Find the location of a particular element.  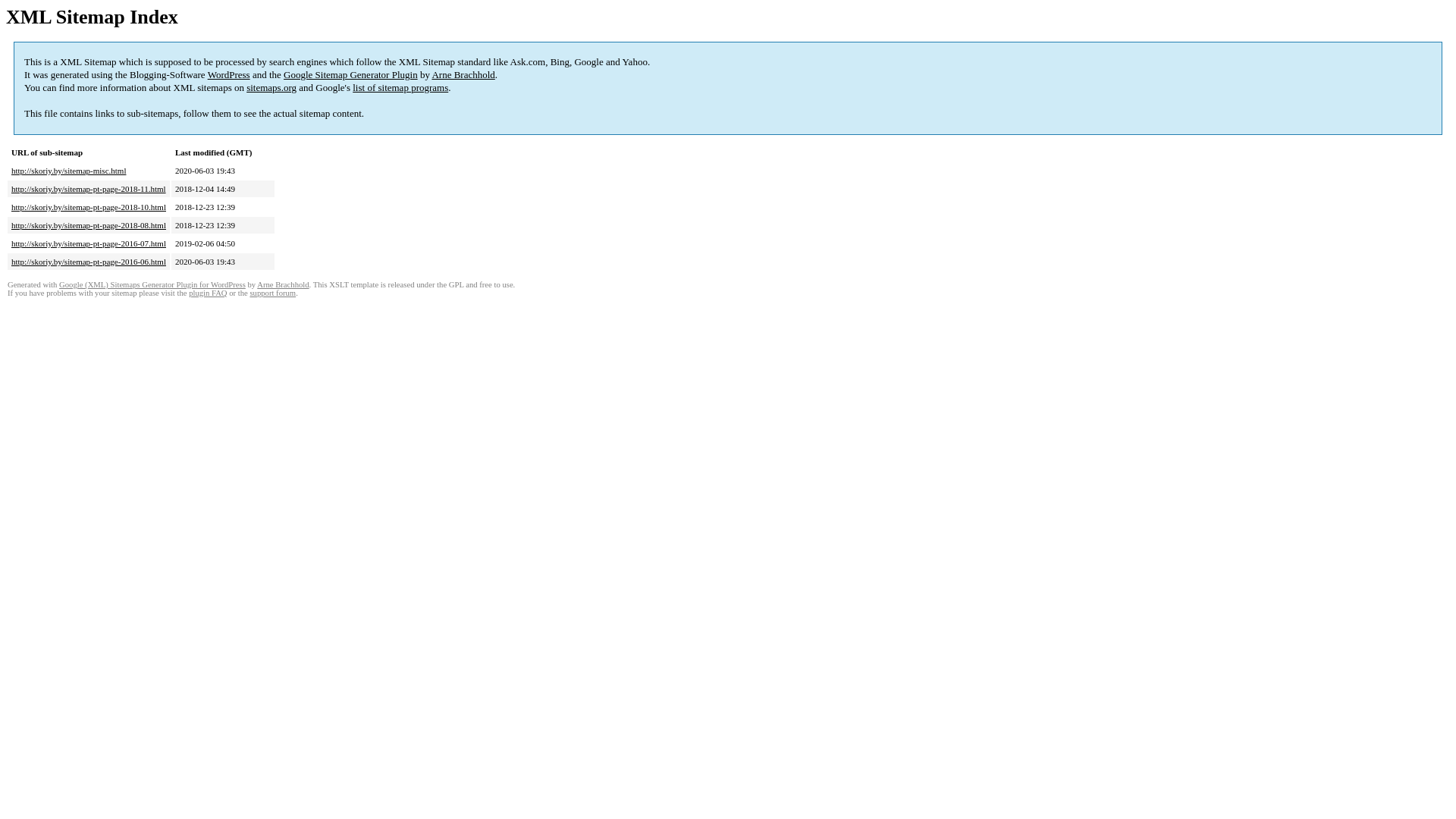

'sitemaps.org' is located at coordinates (271, 87).